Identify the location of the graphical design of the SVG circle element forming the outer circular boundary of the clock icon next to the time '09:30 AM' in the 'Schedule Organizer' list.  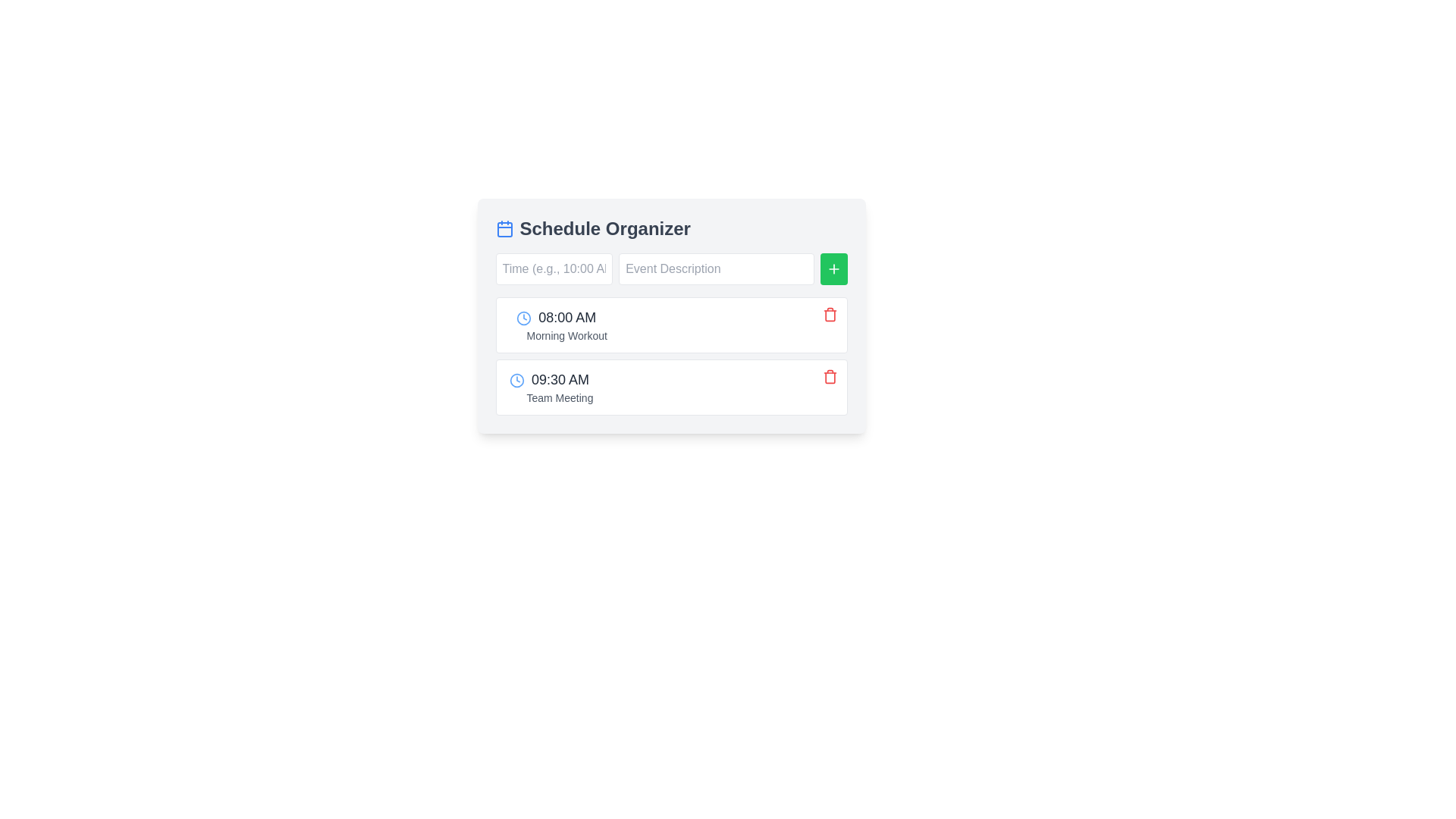
(524, 318).